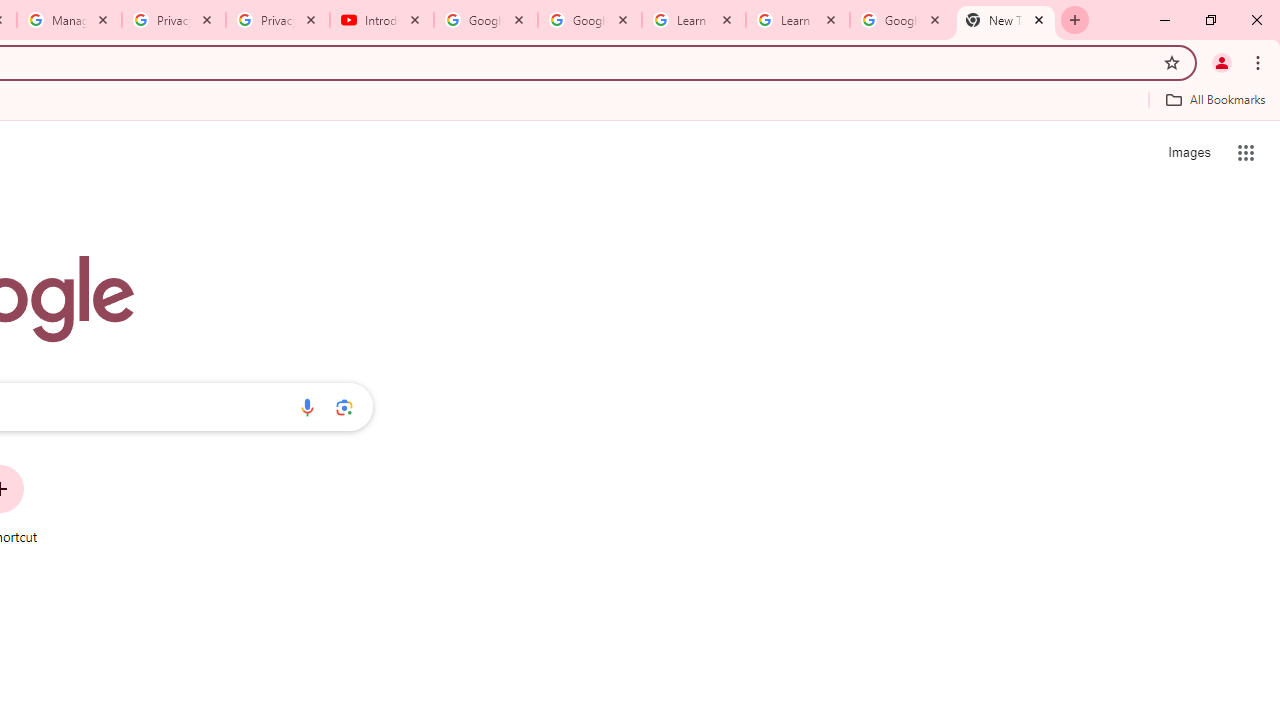 This screenshot has height=720, width=1280. What do you see at coordinates (344, 406) in the screenshot?
I see `'Search by image'` at bounding box center [344, 406].